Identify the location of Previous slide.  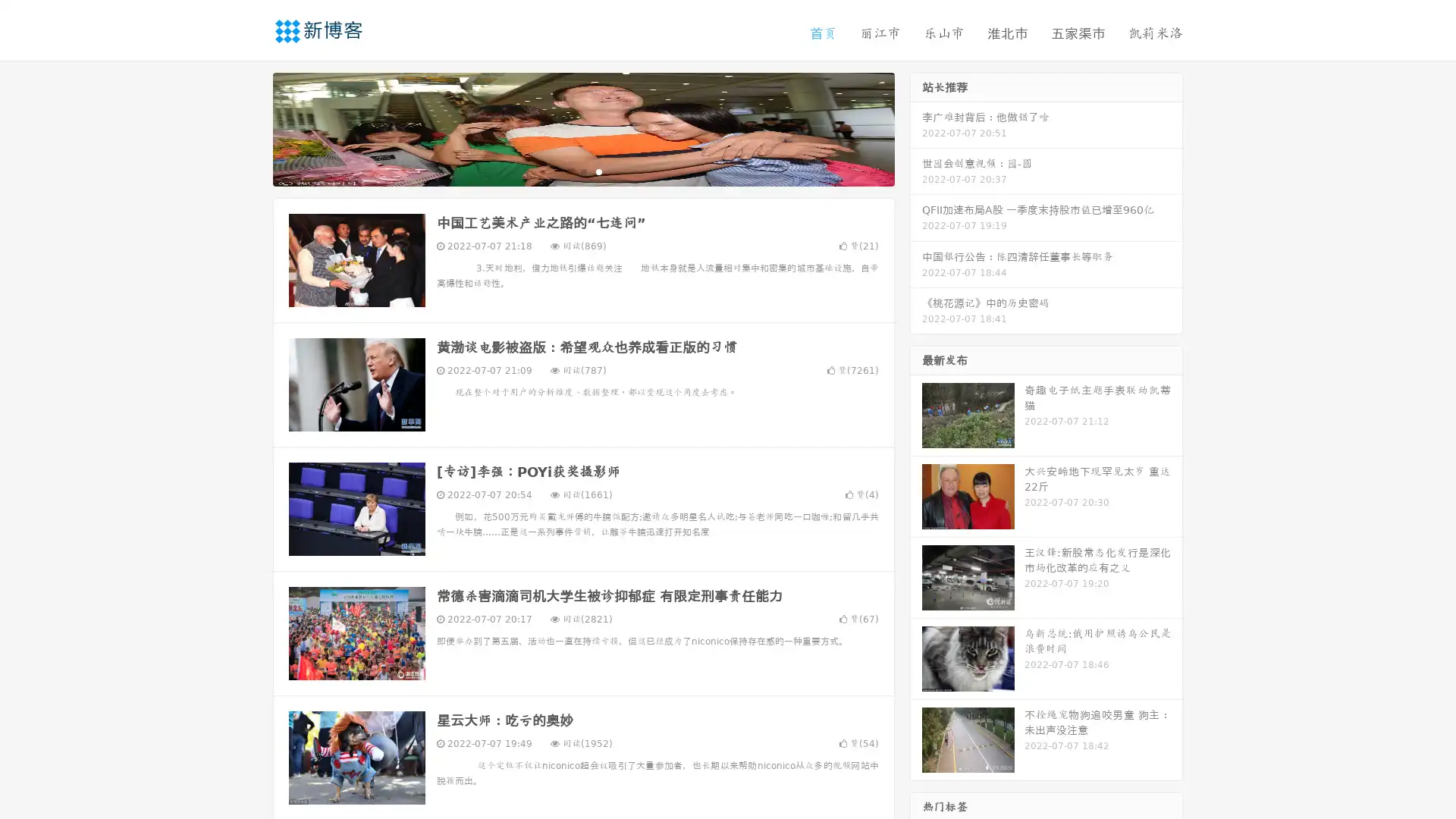
(250, 127).